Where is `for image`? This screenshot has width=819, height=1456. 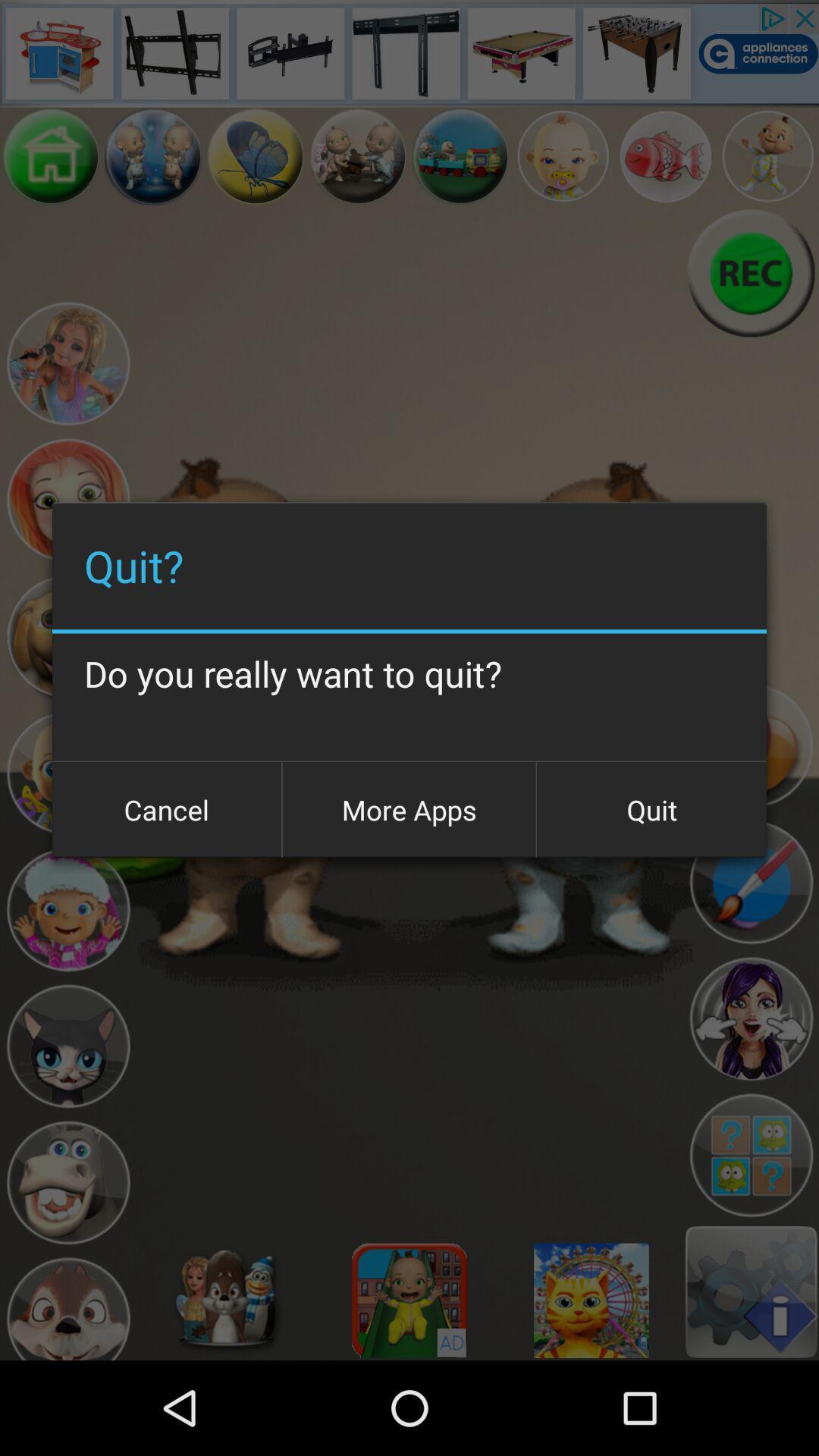
for image is located at coordinates (664, 156).